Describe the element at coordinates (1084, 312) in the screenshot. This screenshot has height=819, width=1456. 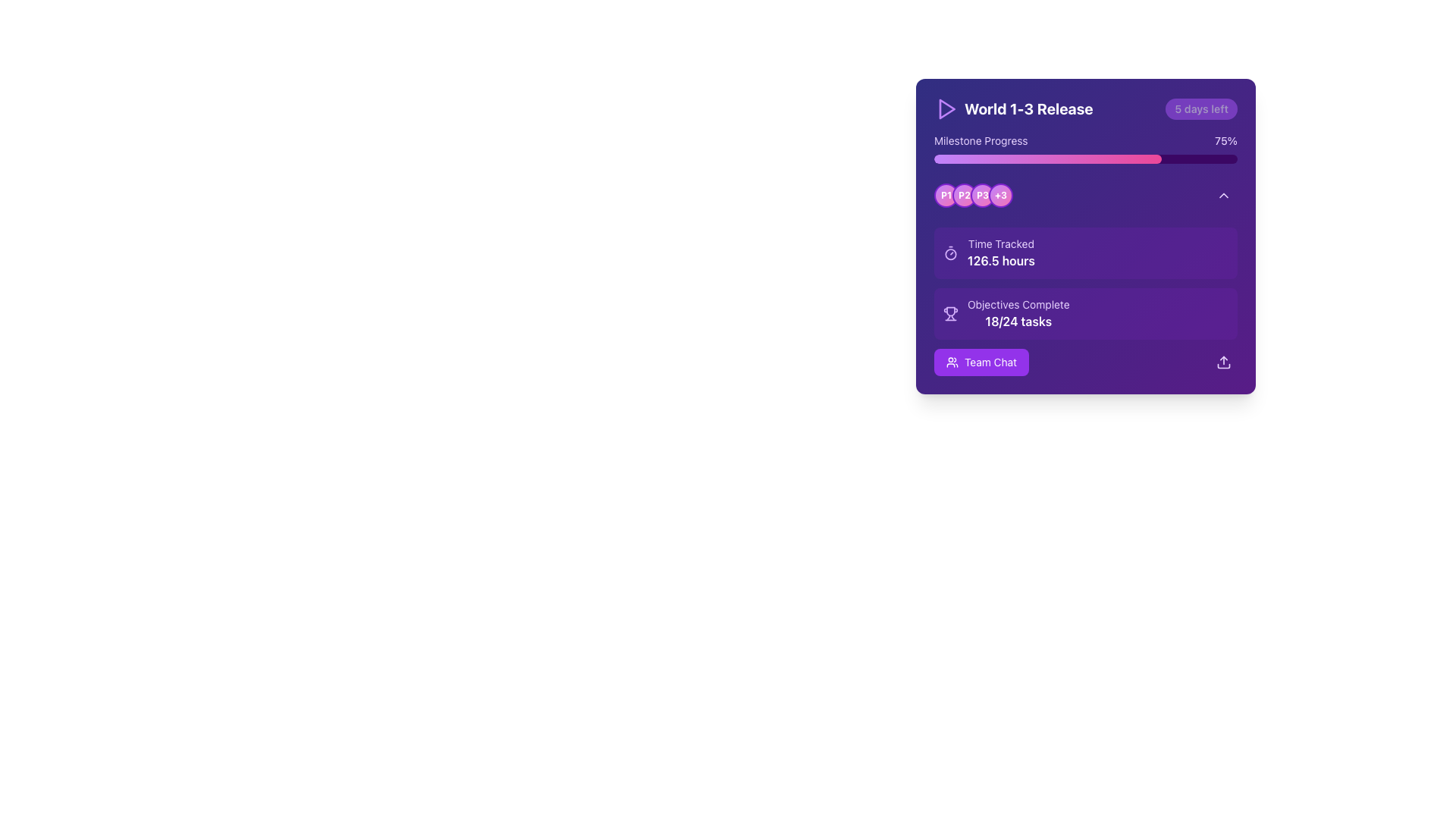
I see `trophy icon within the Card element that displays 'Objectives Complete' and '18/24 tasks', located in the purple card interface` at that location.